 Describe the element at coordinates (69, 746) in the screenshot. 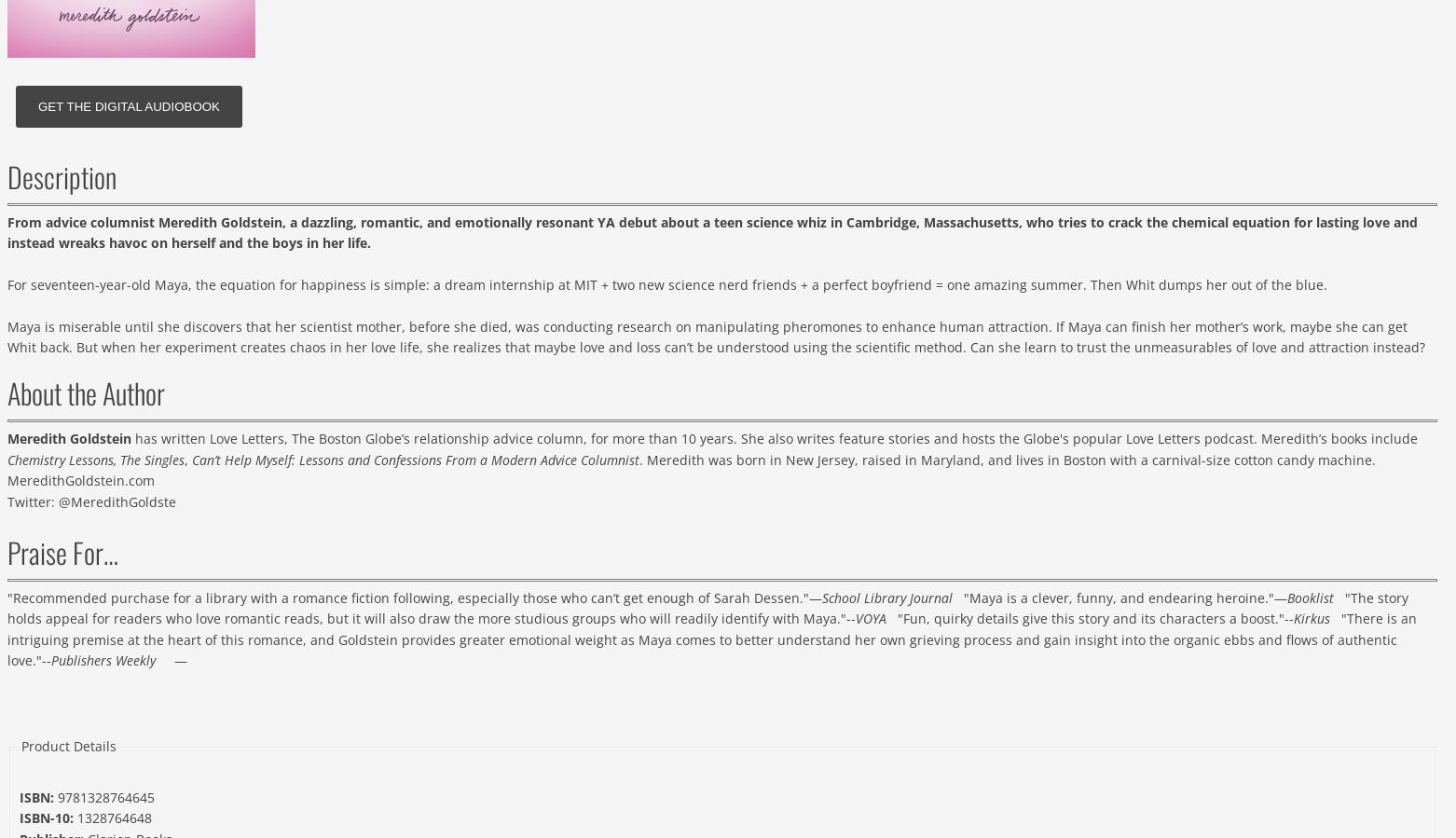

I see `'Product Details'` at that location.